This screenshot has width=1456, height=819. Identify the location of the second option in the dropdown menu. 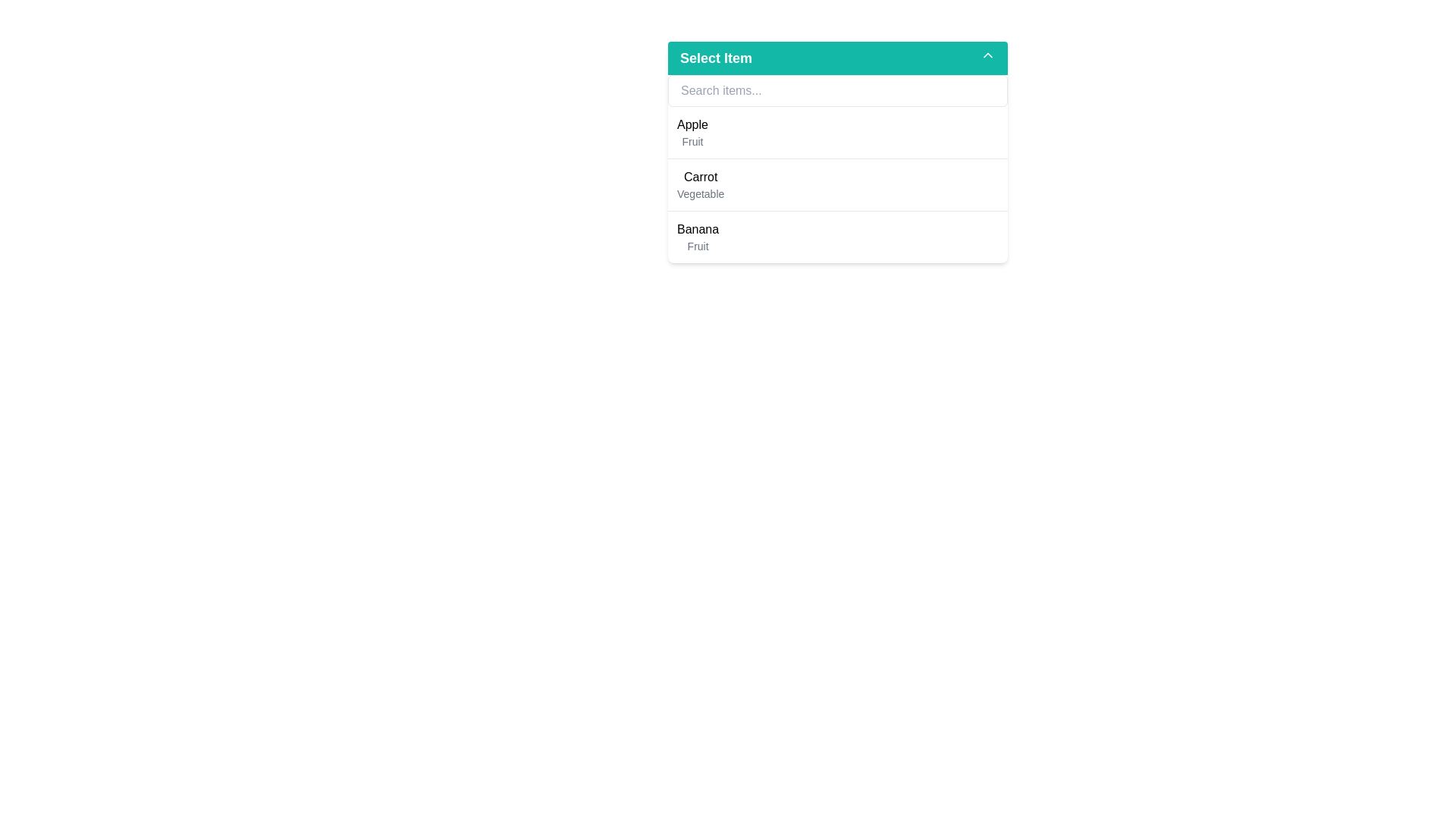
(836, 152).